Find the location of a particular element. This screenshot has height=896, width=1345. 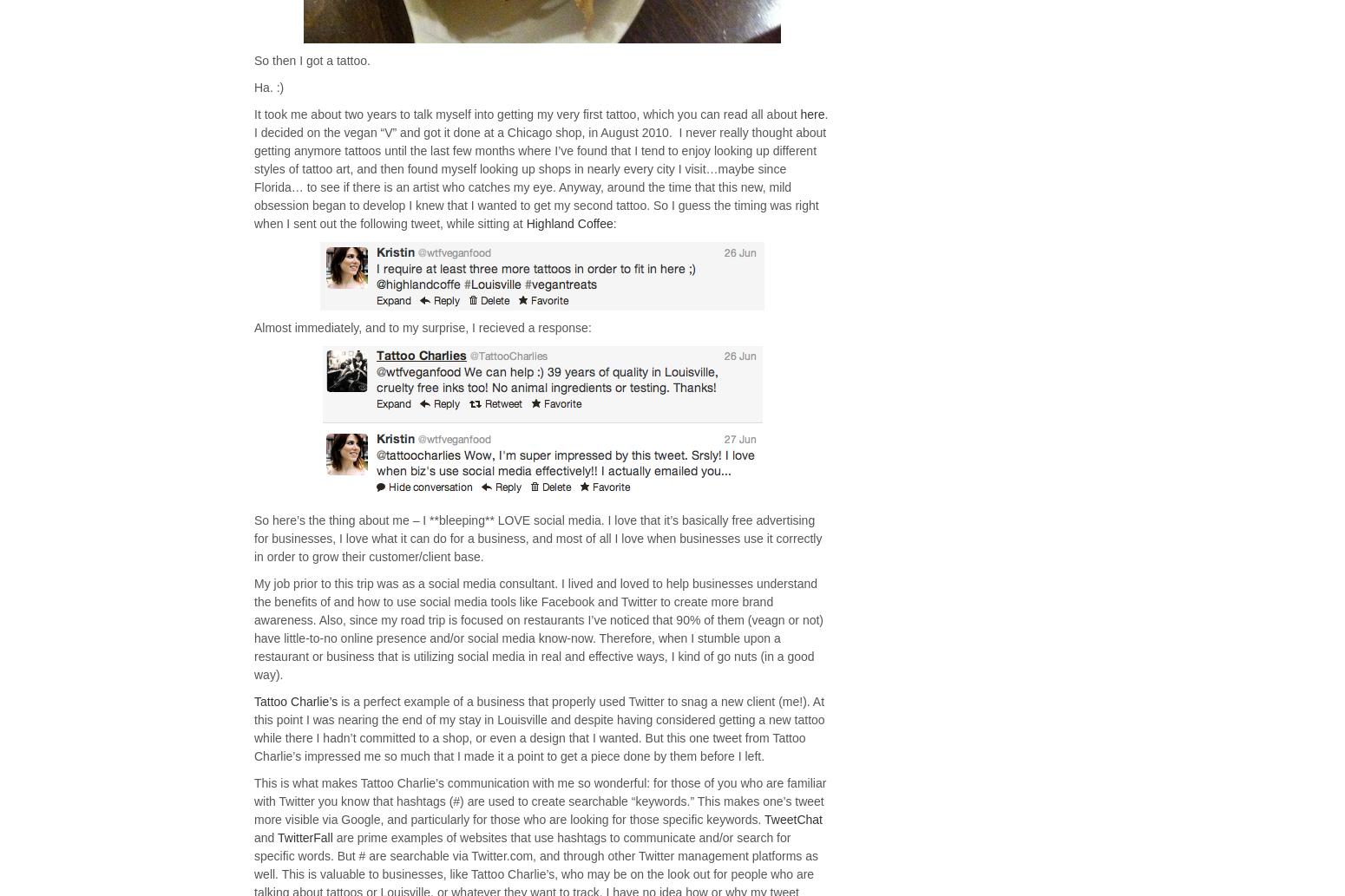

'and' is located at coordinates (266, 836).